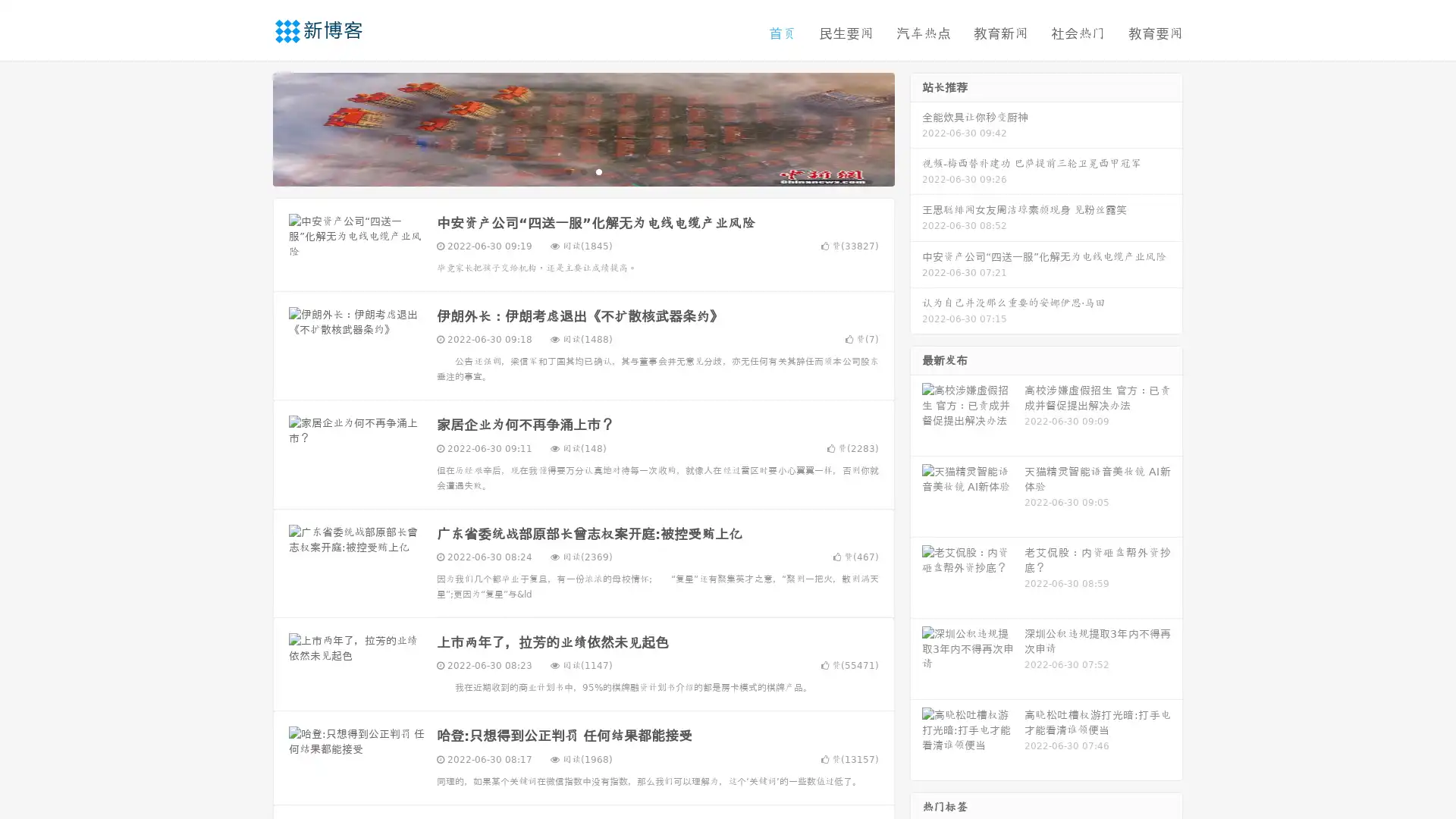 The width and height of the screenshot is (1456, 819). I want to click on Go to slide 1, so click(567, 171).